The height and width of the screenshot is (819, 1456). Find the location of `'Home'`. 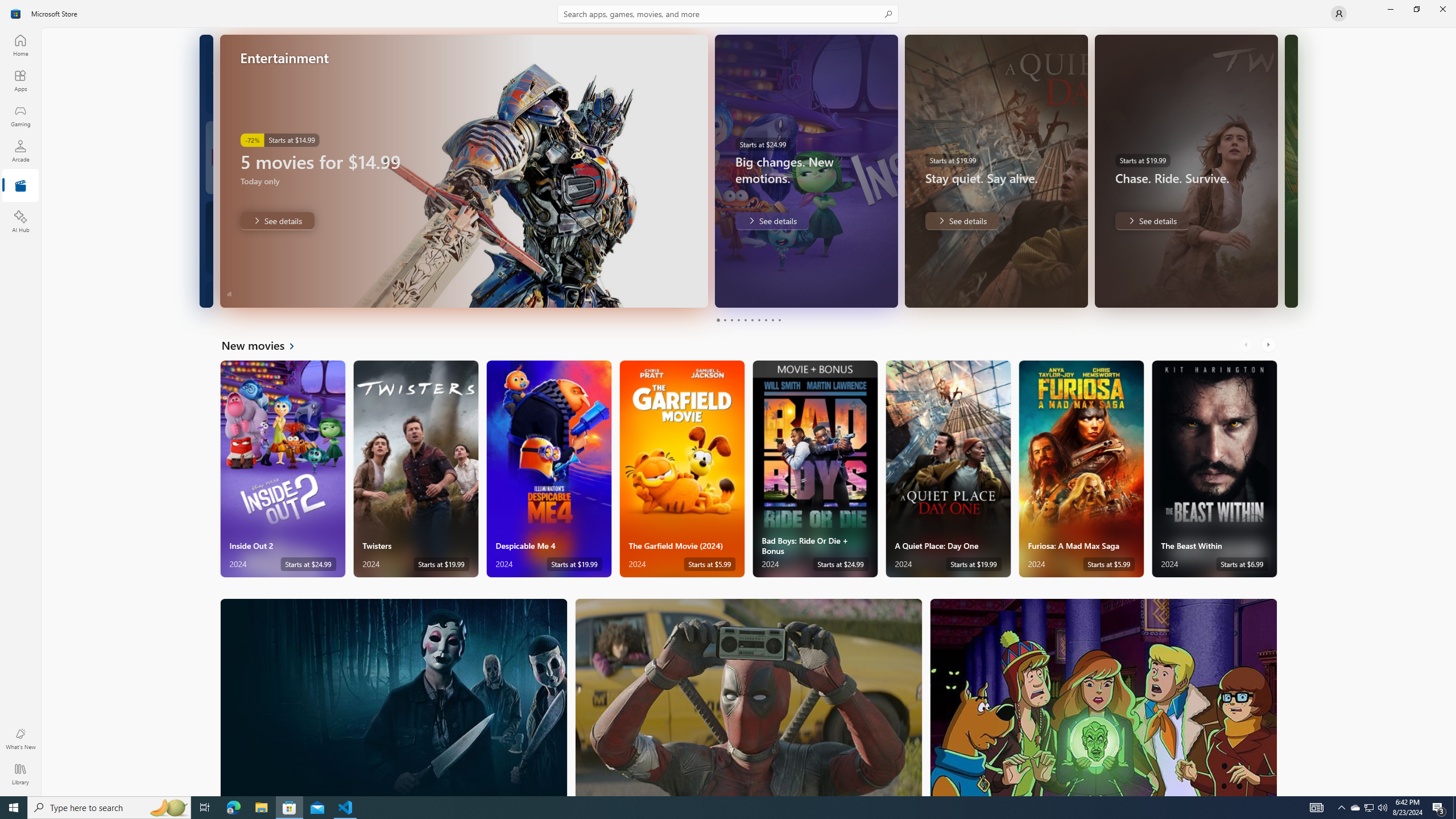

'Home' is located at coordinates (19, 44).